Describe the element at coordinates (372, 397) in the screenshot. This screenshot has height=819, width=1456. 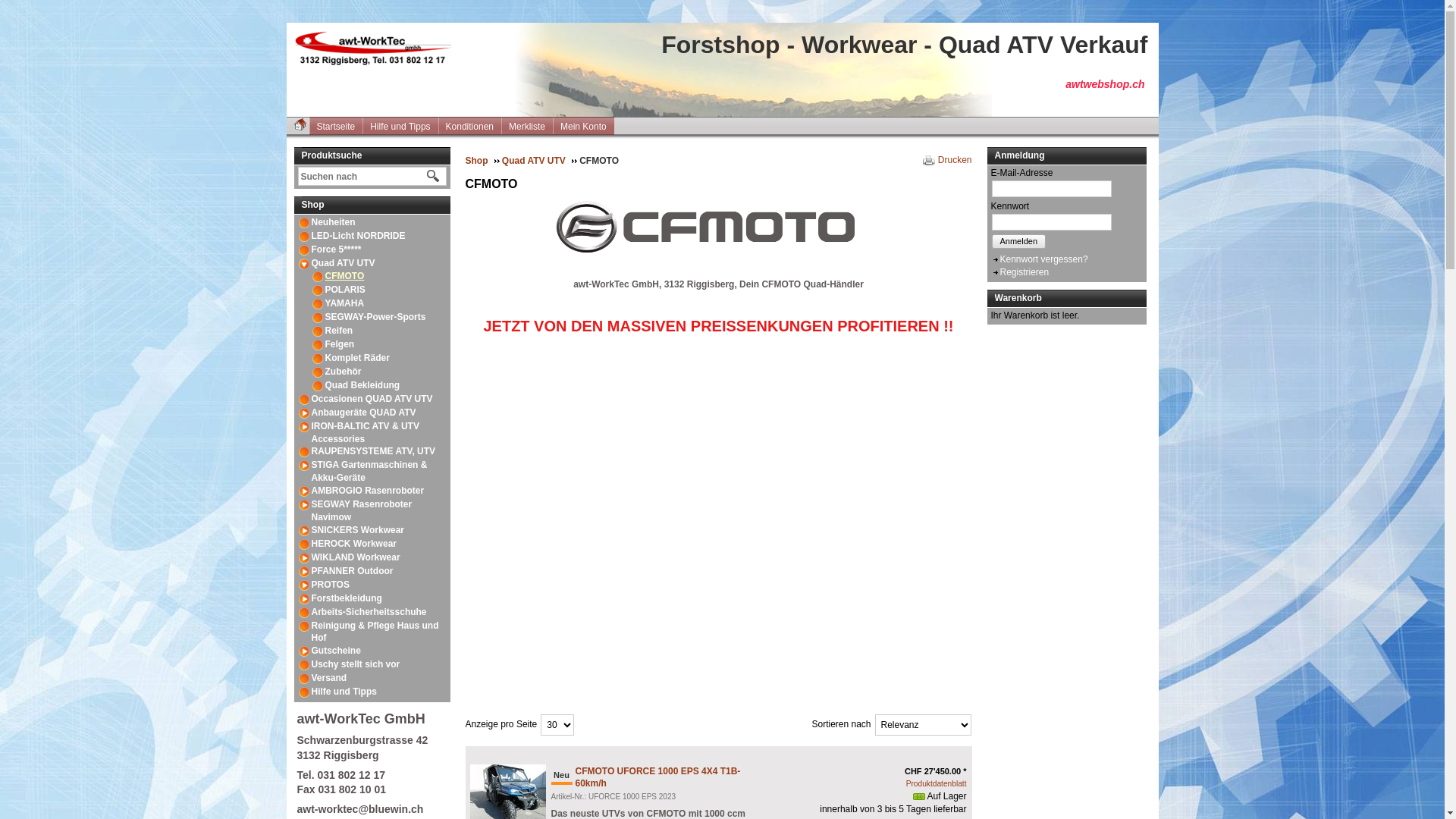
I see `'Occasionen QUAD ATV UTV'` at that location.